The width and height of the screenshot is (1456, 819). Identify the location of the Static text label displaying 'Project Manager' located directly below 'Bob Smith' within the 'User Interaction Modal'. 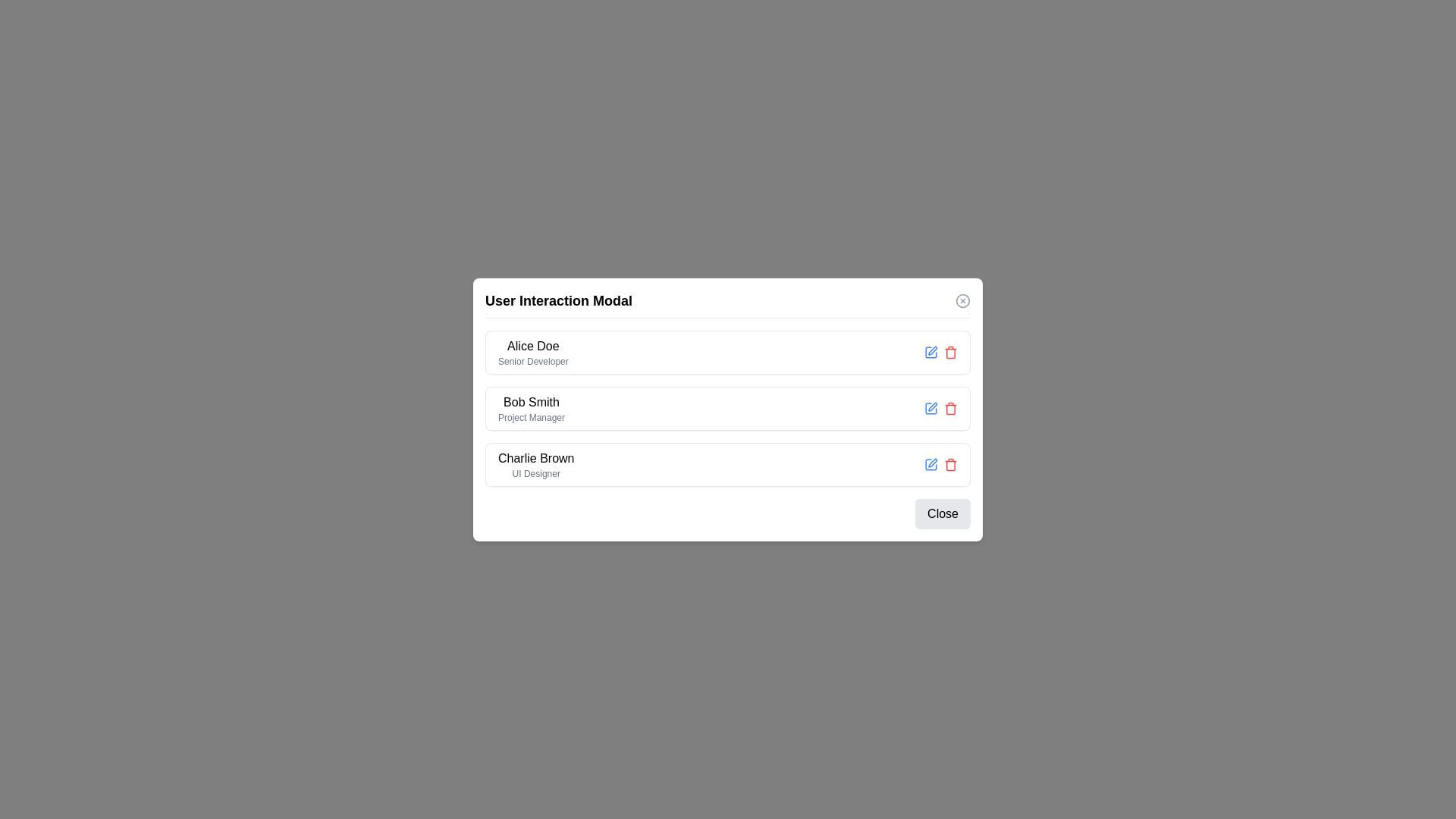
(531, 417).